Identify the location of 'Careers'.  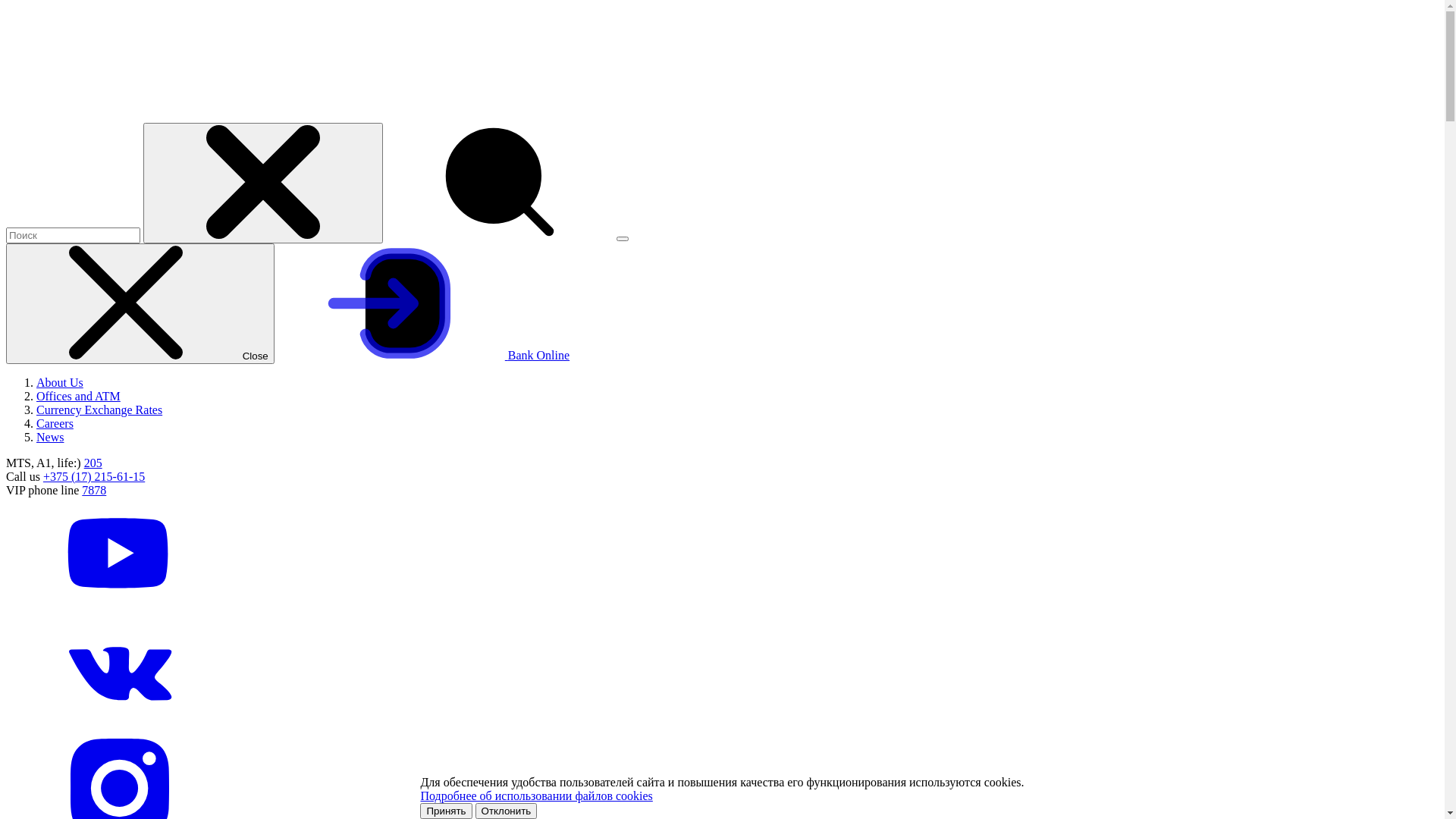
(55, 423).